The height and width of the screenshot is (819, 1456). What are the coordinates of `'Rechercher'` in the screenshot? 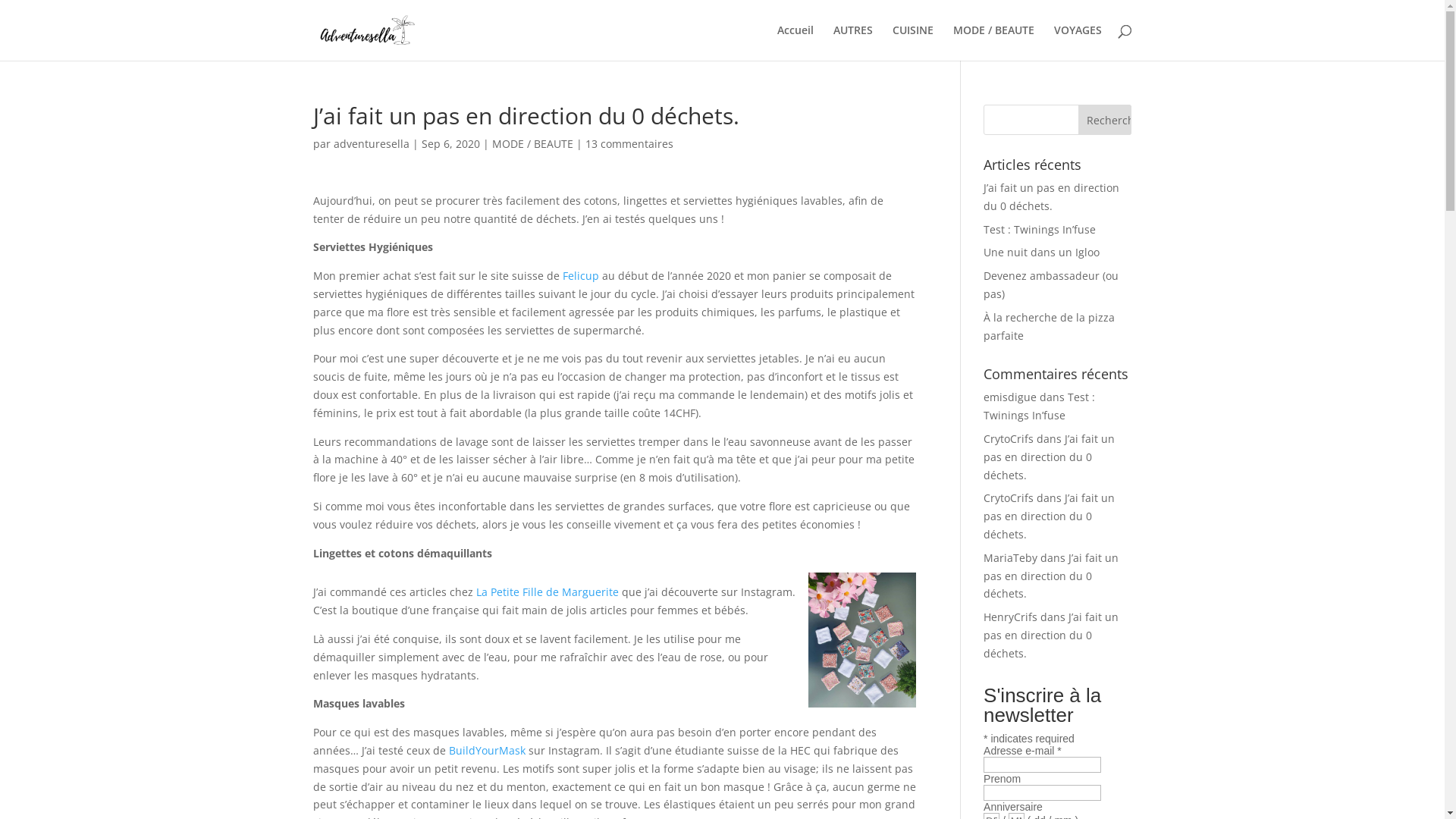 It's located at (1105, 119).